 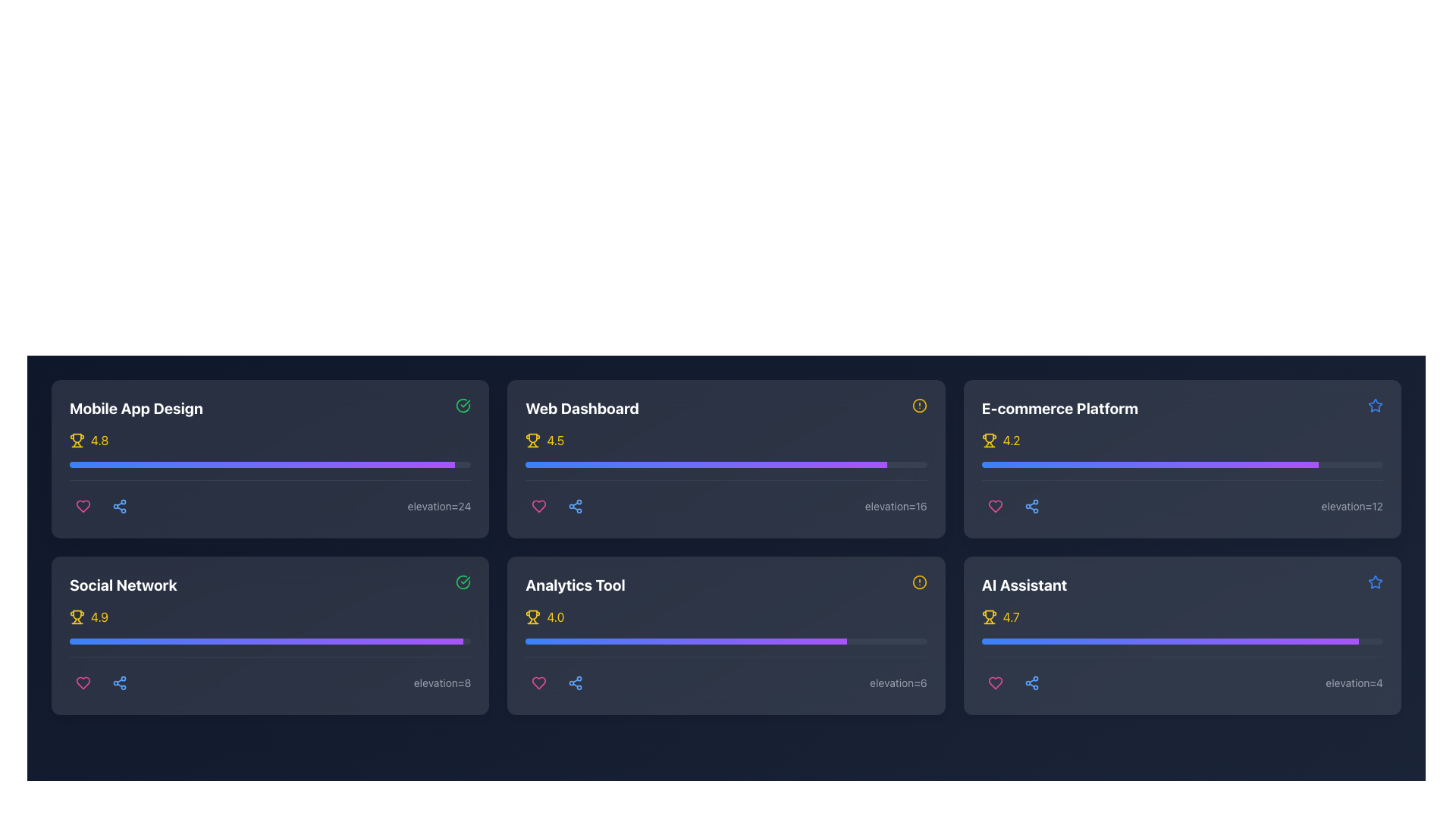 What do you see at coordinates (726, 641) in the screenshot?
I see `the progress bar that visually represents the completion score of '4.0' located in the 'Analytics Tool' section, positioned below the rating and above the 'elevation=6' text` at bounding box center [726, 641].